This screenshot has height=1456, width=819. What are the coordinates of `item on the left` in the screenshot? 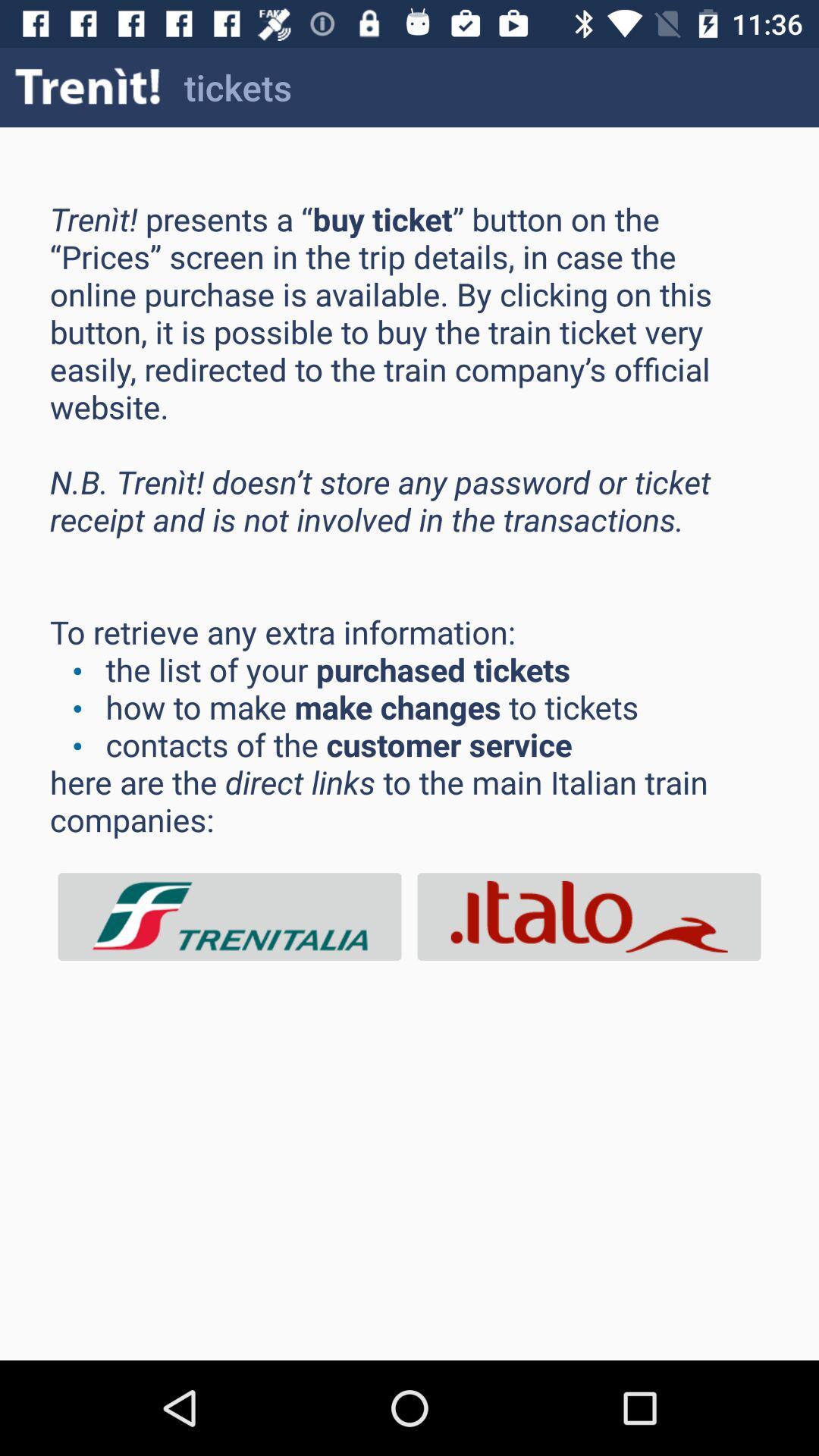 It's located at (230, 916).